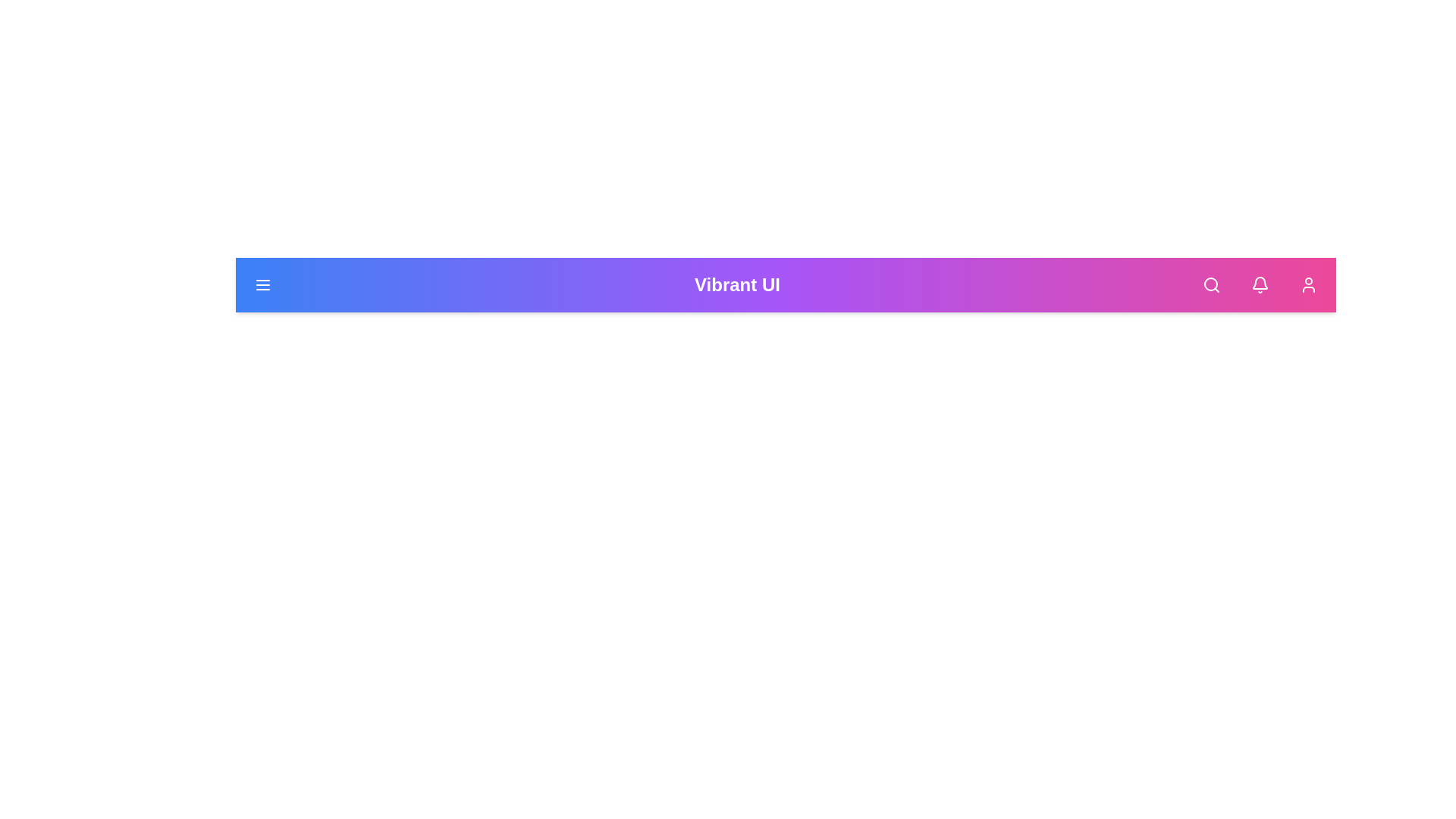 This screenshot has width=1456, height=819. What do you see at coordinates (1210, 284) in the screenshot?
I see `the magnifying glass icon to initiate a search action` at bounding box center [1210, 284].